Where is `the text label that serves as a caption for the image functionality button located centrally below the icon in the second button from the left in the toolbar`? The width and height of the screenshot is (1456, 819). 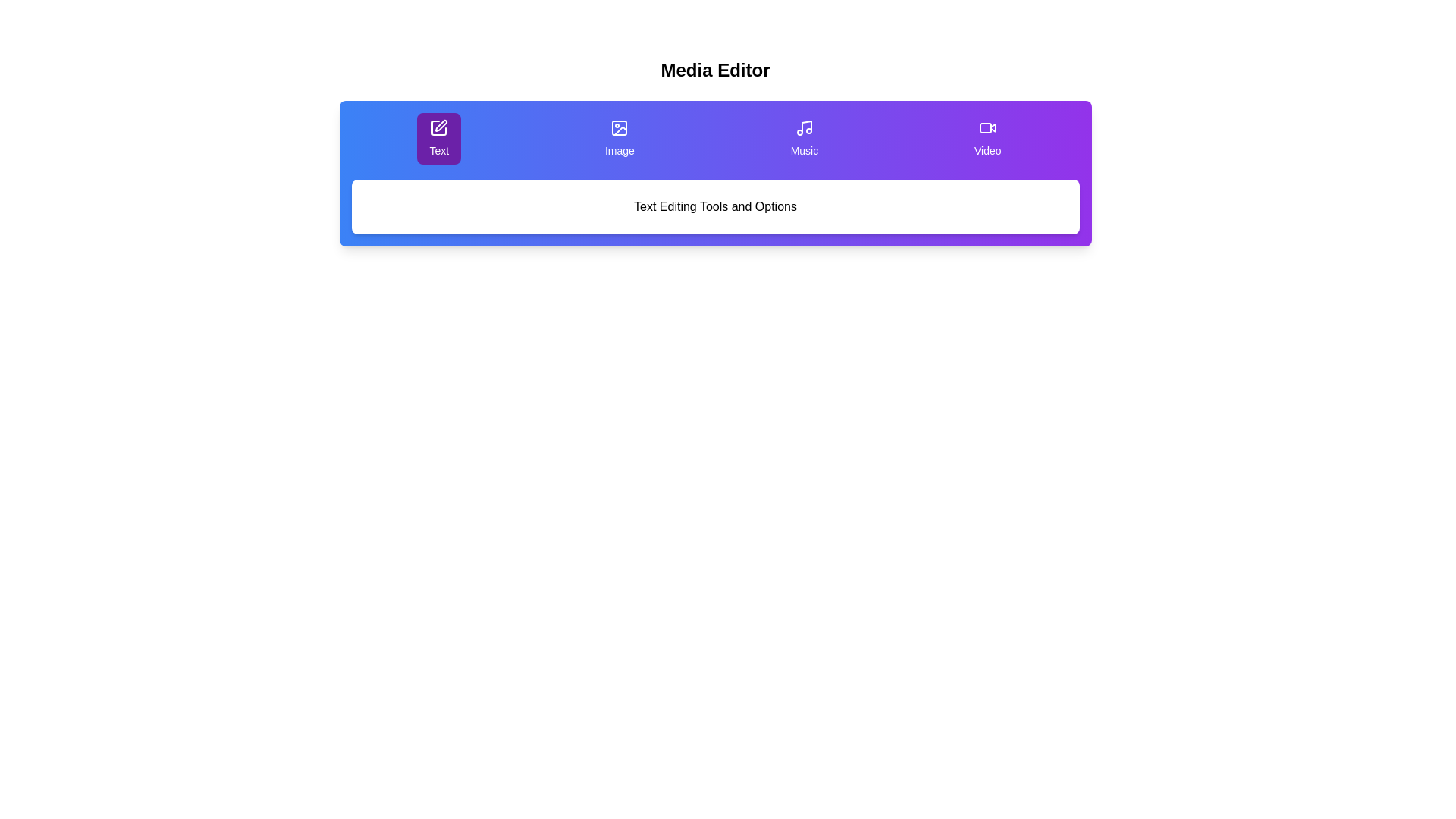
the text label that serves as a caption for the image functionality button located centrally below the icon in the second button from the left in the toolbar is located at coordinates (620, 151).